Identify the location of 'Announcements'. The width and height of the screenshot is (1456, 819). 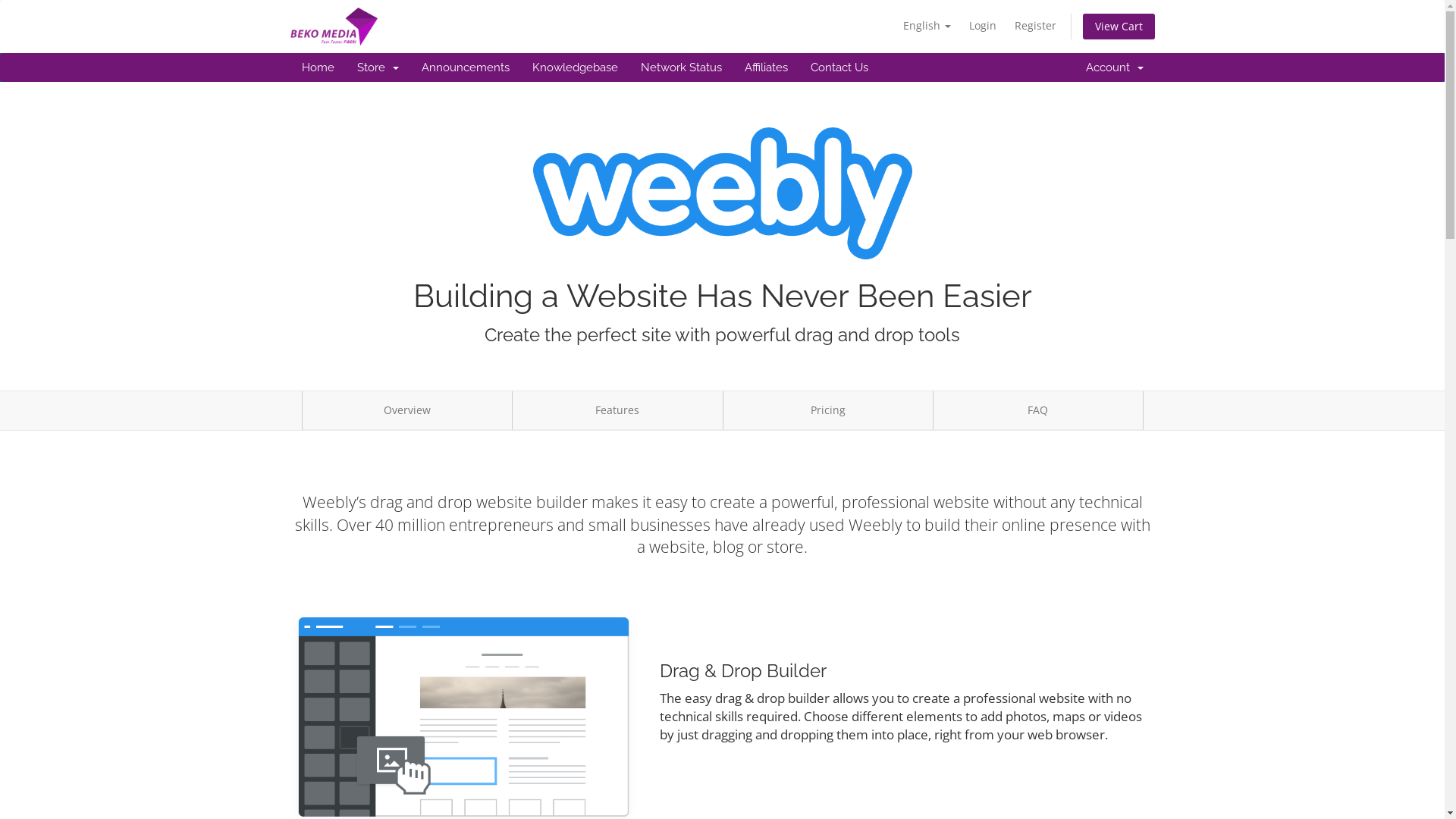
(464, 66).